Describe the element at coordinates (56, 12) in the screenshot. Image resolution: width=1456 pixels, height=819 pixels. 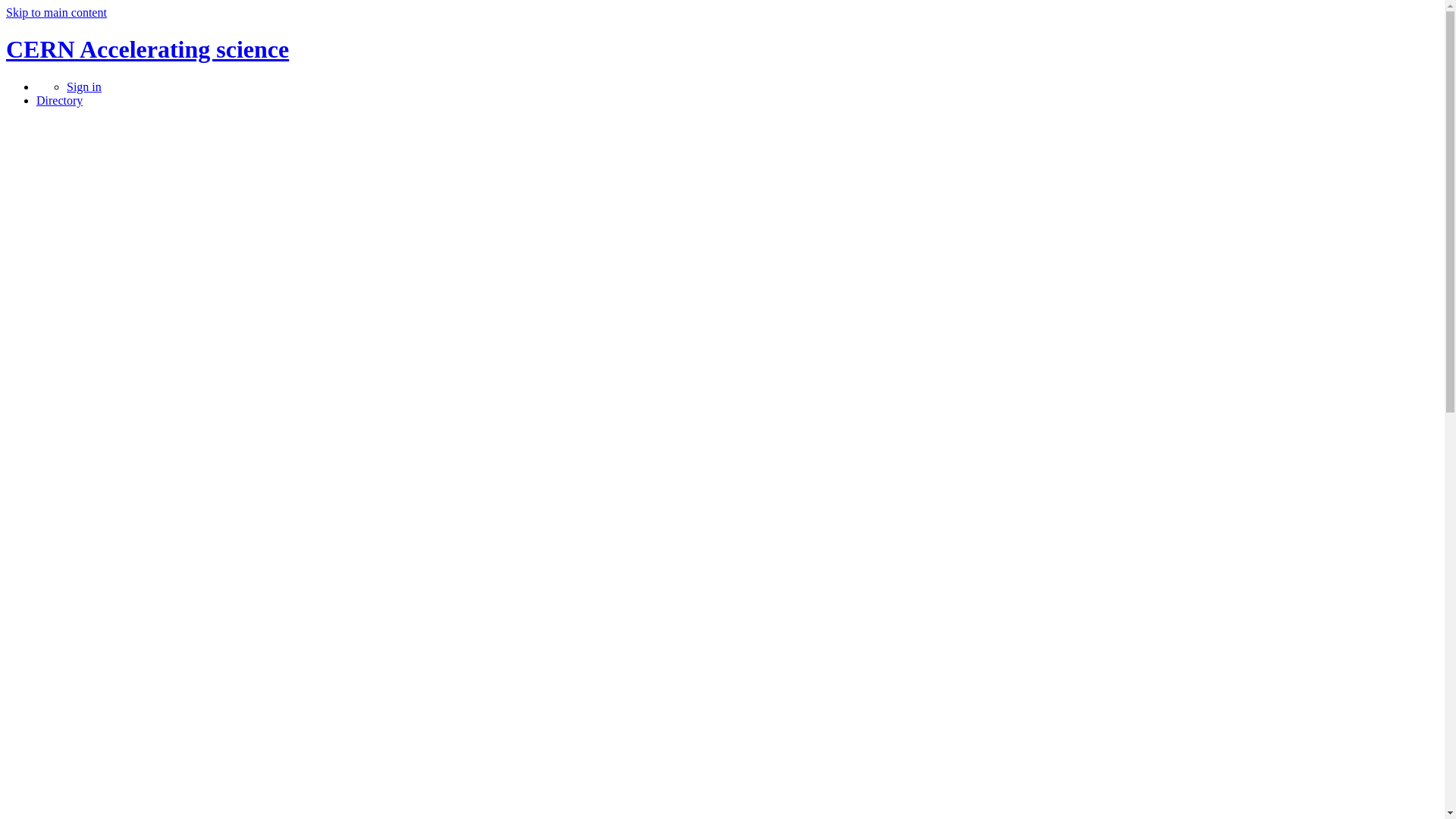
I see `'Skip to main content'` at that location.